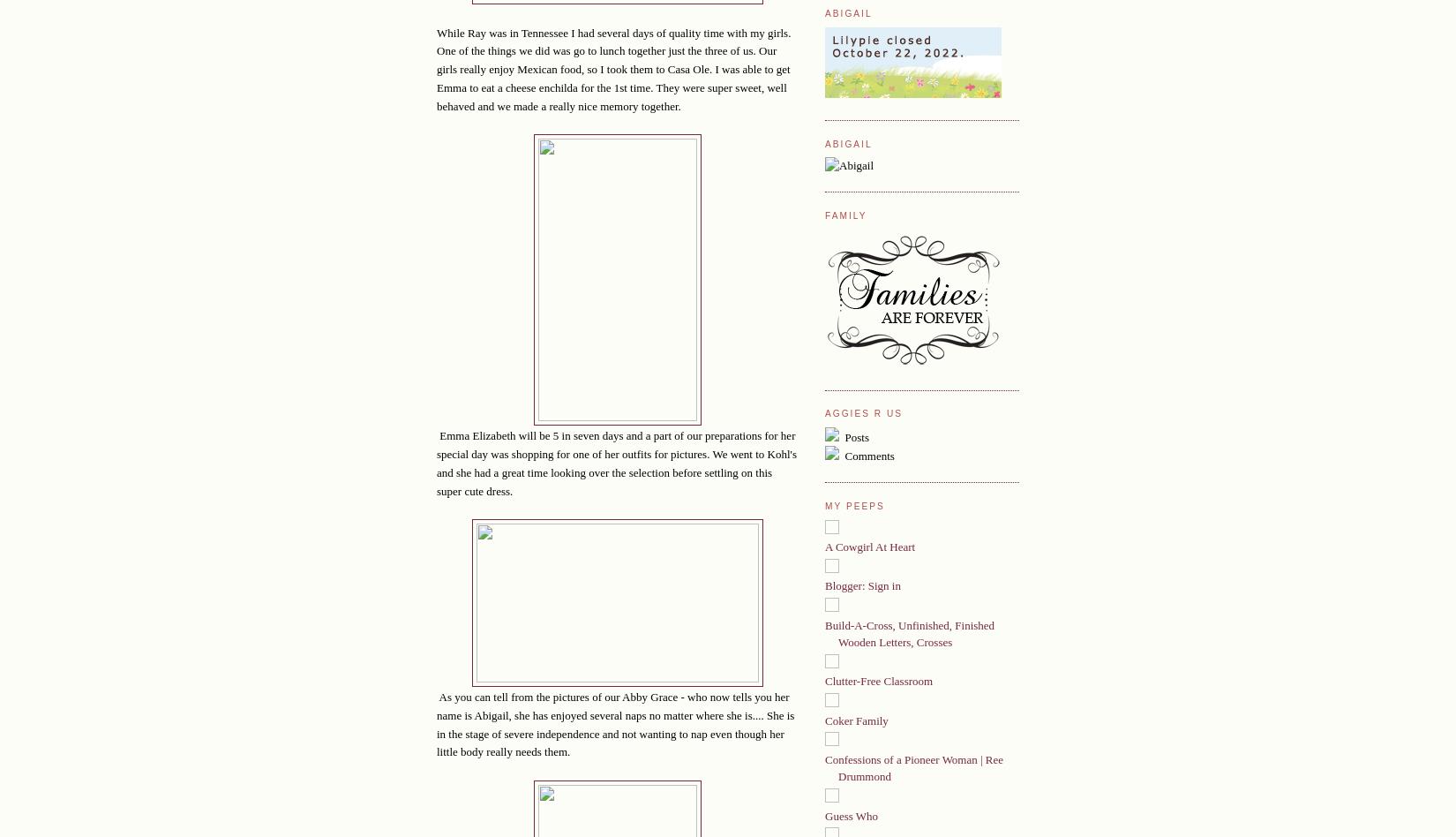 This screenshot has width=1456, height=837. What do you see at coordinates (845, 215) in the screenshot?
I see `'Family'` at bounding box center [845, 215].